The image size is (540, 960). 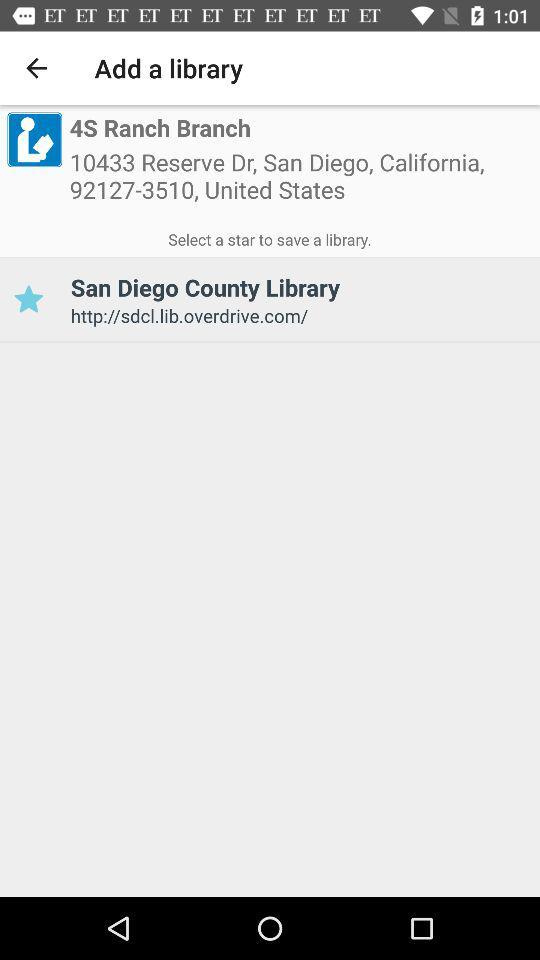 I want to click on the icon next to the 4s ranch branch icon, so click(x=33, y=138).